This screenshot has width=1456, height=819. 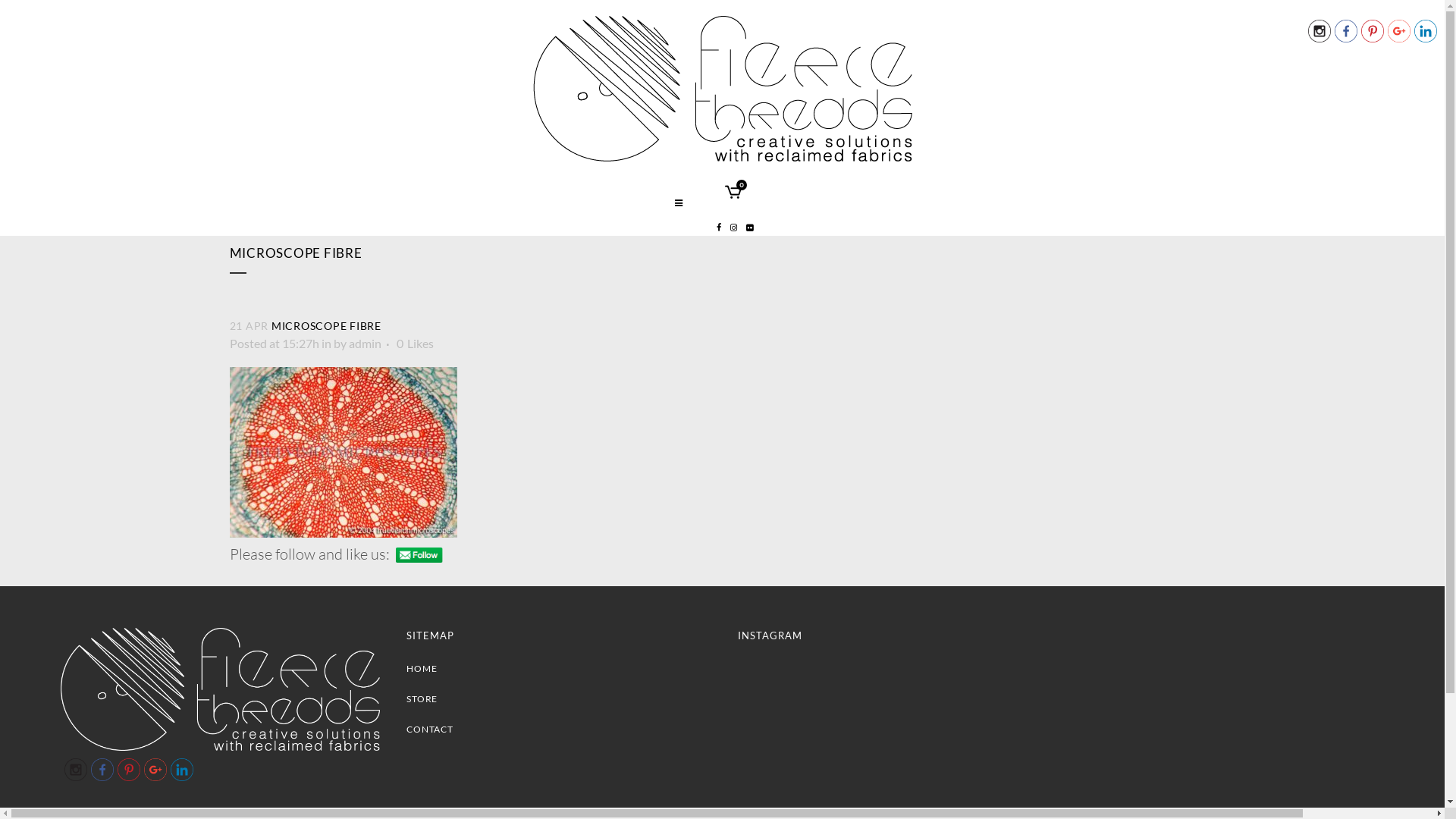 I want to click on 'Pinterest', so click(x=1372, y=31).